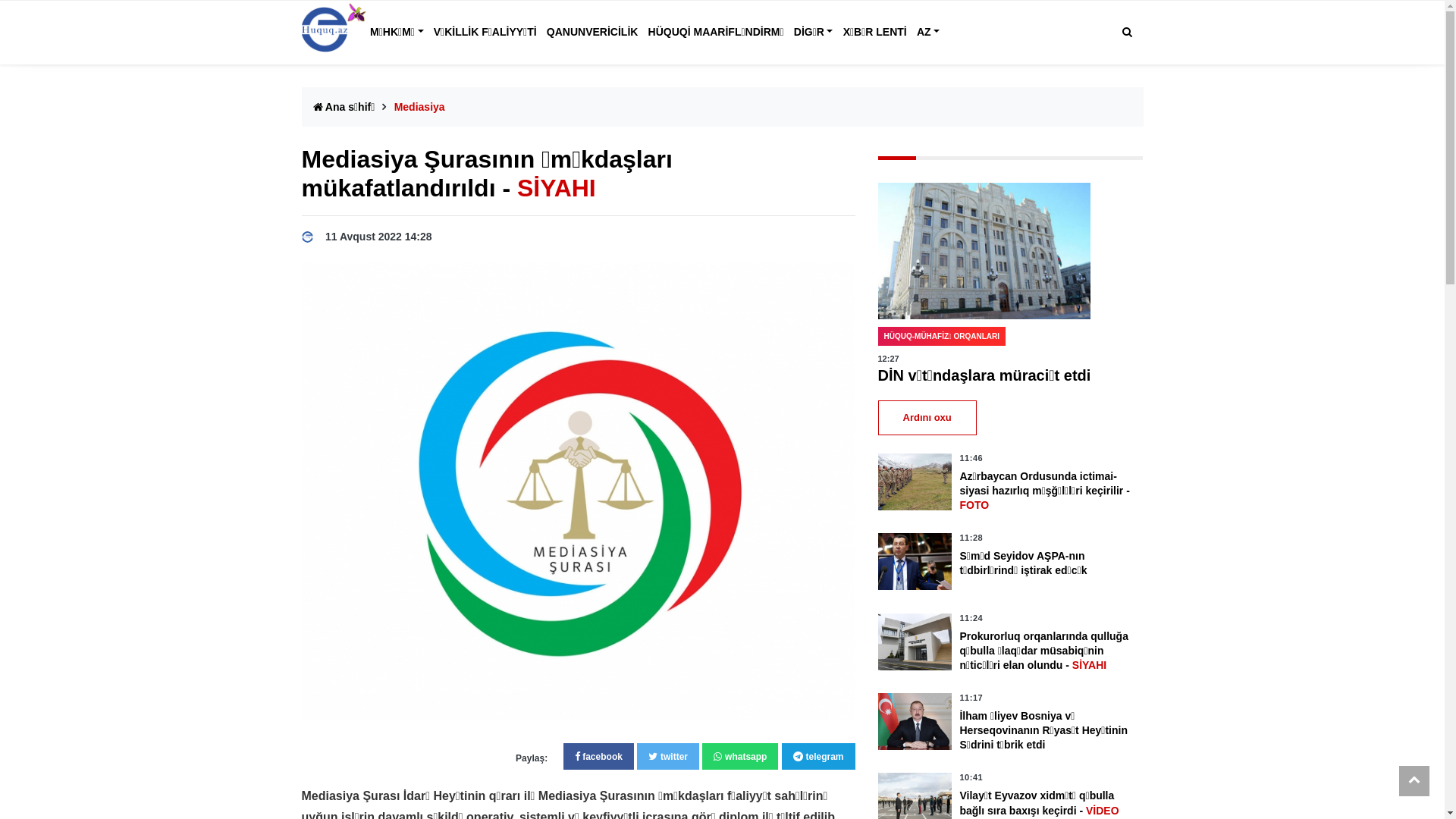  What do you see at coordinates (591, 32) in the screenshot?
I see `'QANUNVERICILIK'` at bounding box center [591, 32].